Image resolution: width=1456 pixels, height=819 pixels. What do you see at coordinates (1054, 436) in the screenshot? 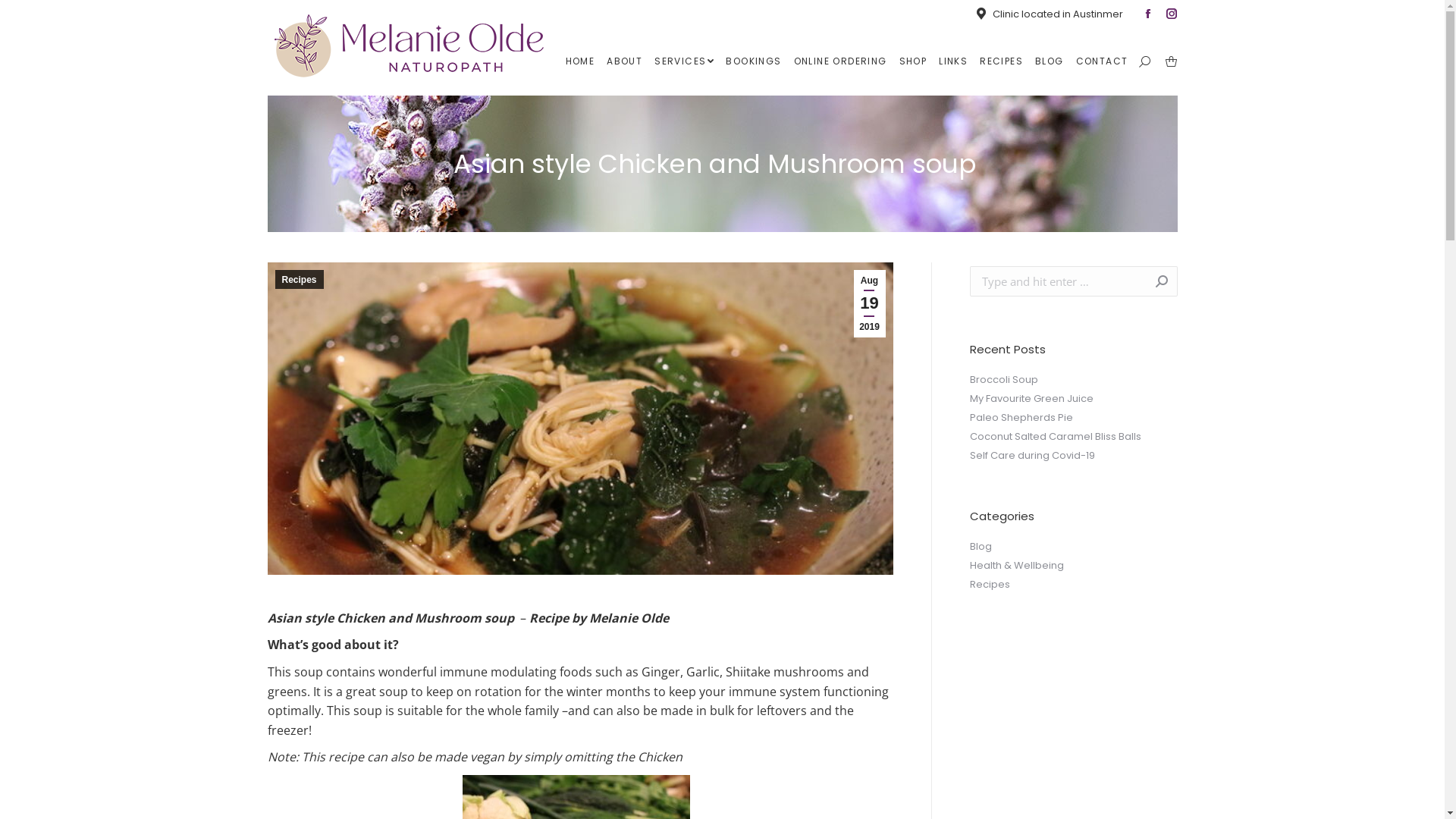
I see `'Coconut Salted Caramel Bliss Balls'` at bounding box center [1054, 436].